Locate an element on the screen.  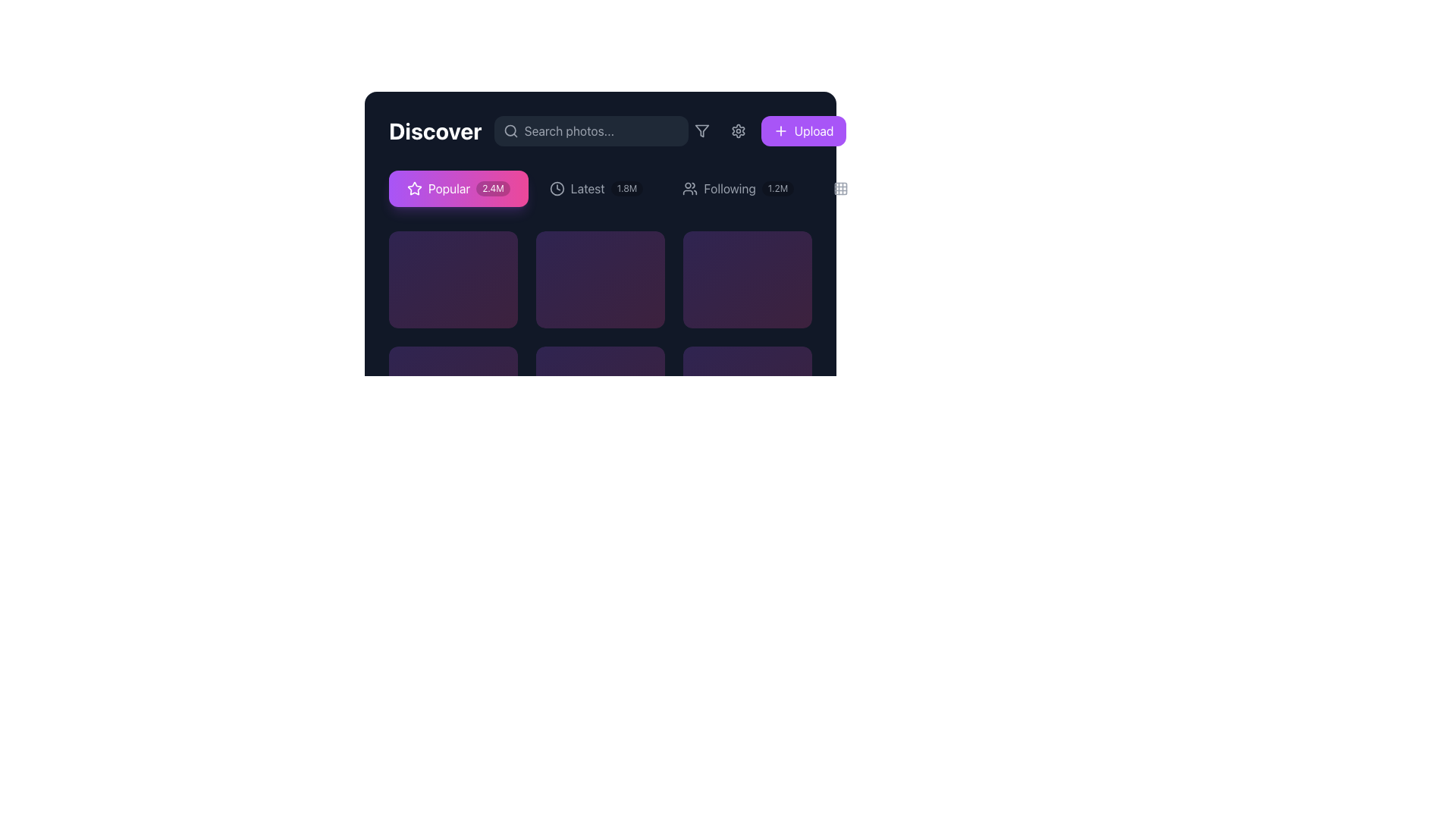
the circular icon representing a clock in the top navigation area of the interface is located at coordinates (556, 188).